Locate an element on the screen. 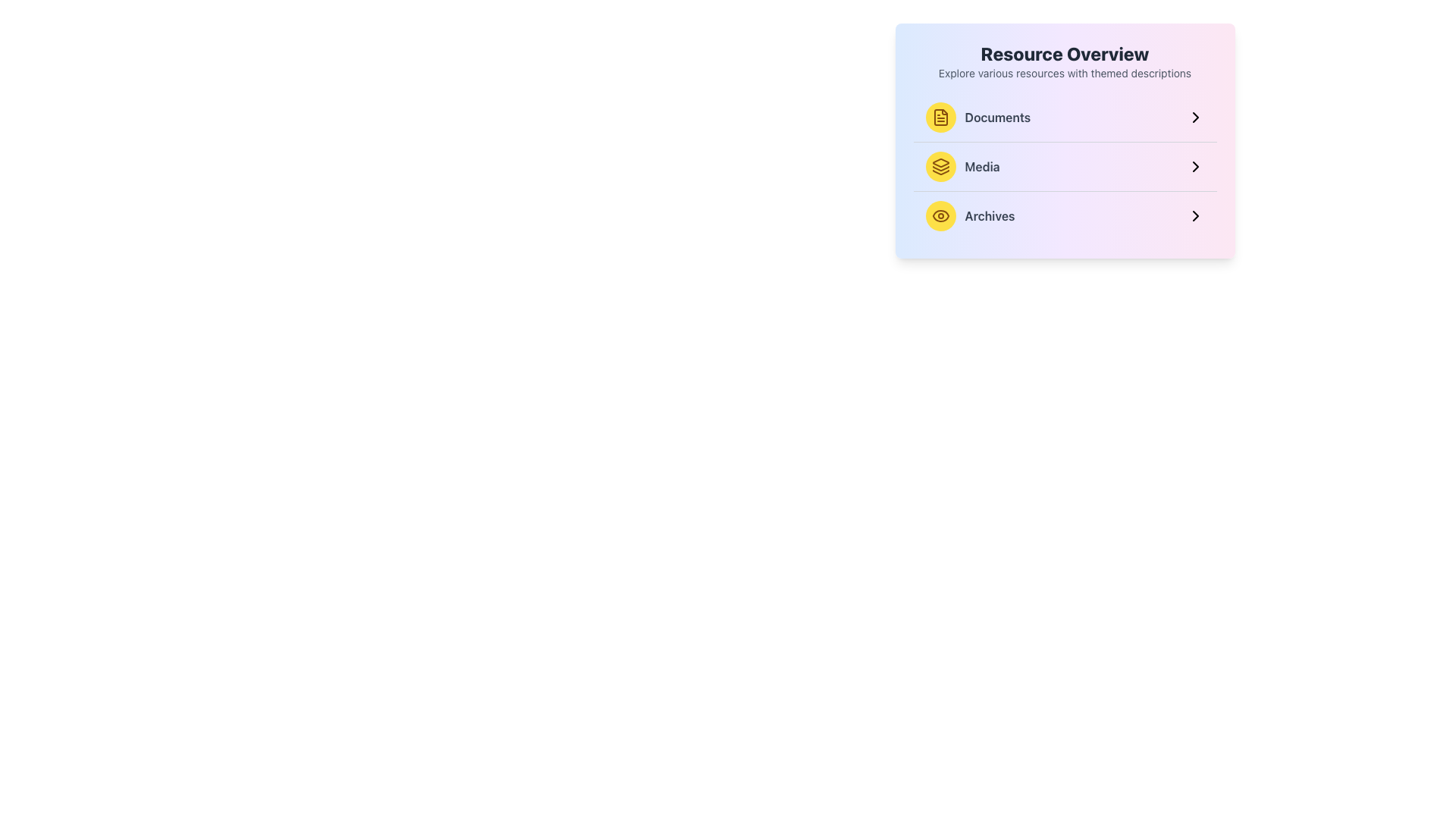 The width and height of the screenshot is (1456, 819). the second item in the interactive list that leads to the 'Media' subsection is located at coordinates (1064, 166).